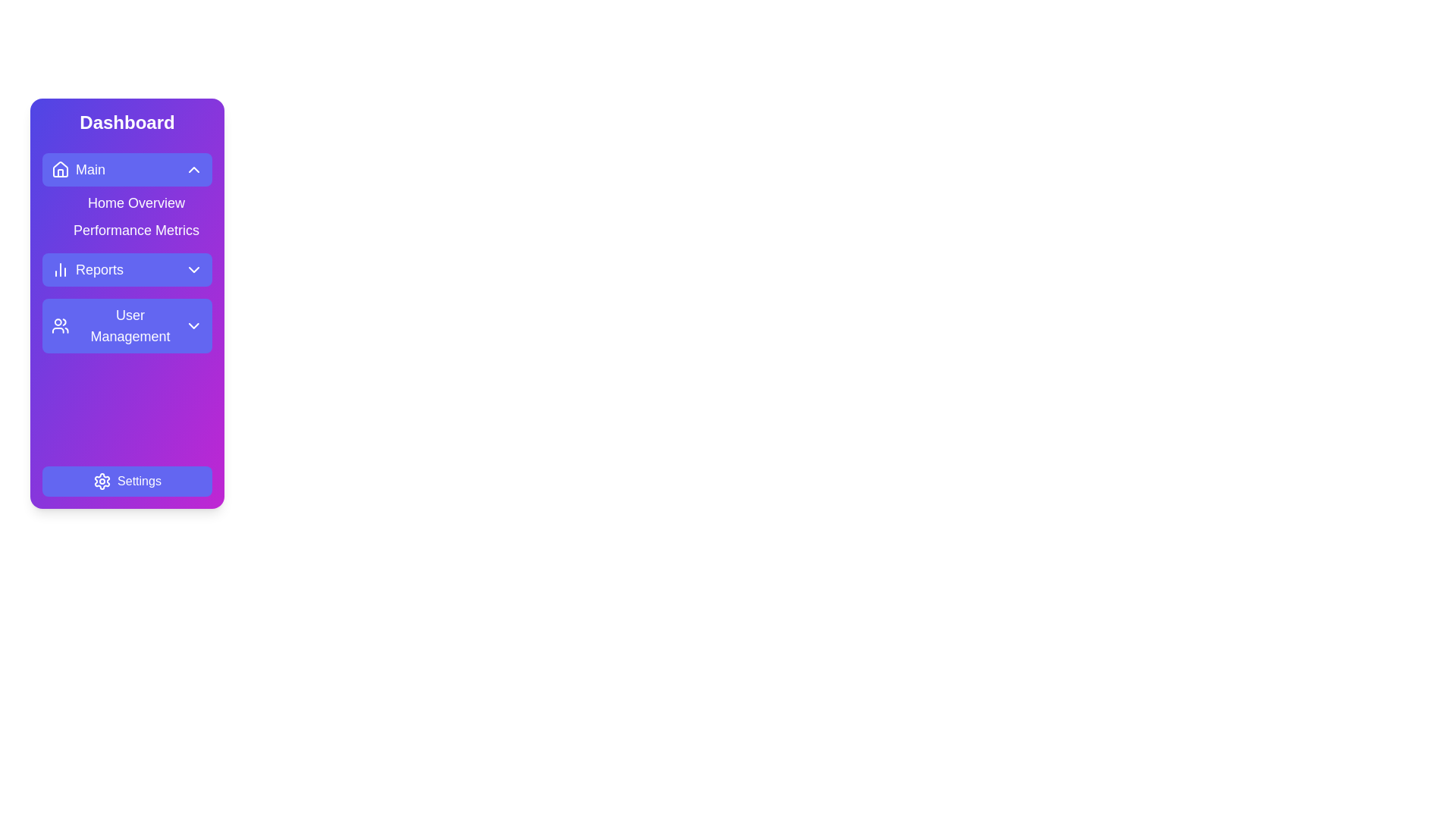  I want to click on the navigation button for the 'Main' section in the sidebar menu, so click(127, 169).